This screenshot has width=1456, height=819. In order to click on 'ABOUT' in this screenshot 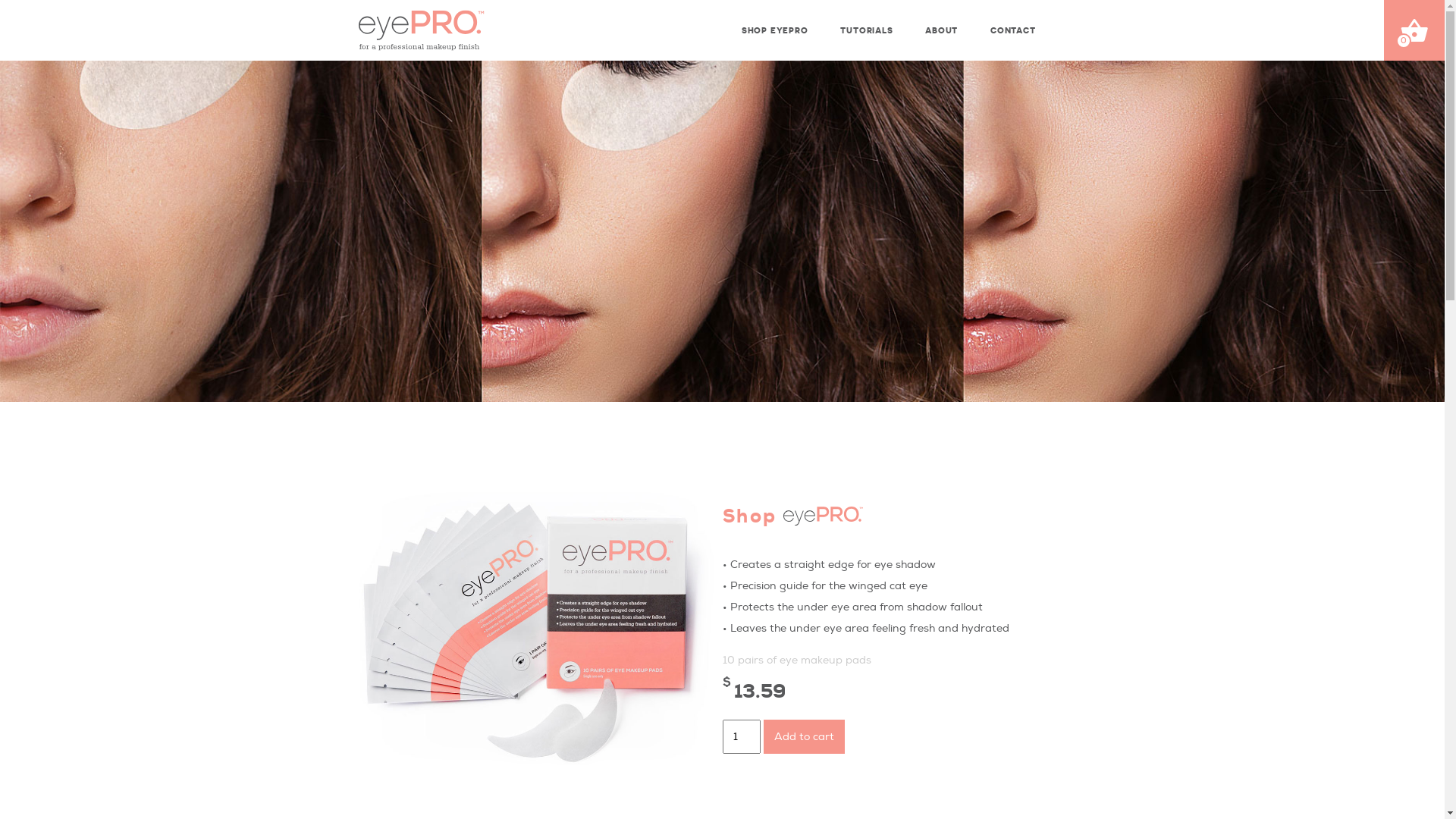, I will do `click(916, 25)`.